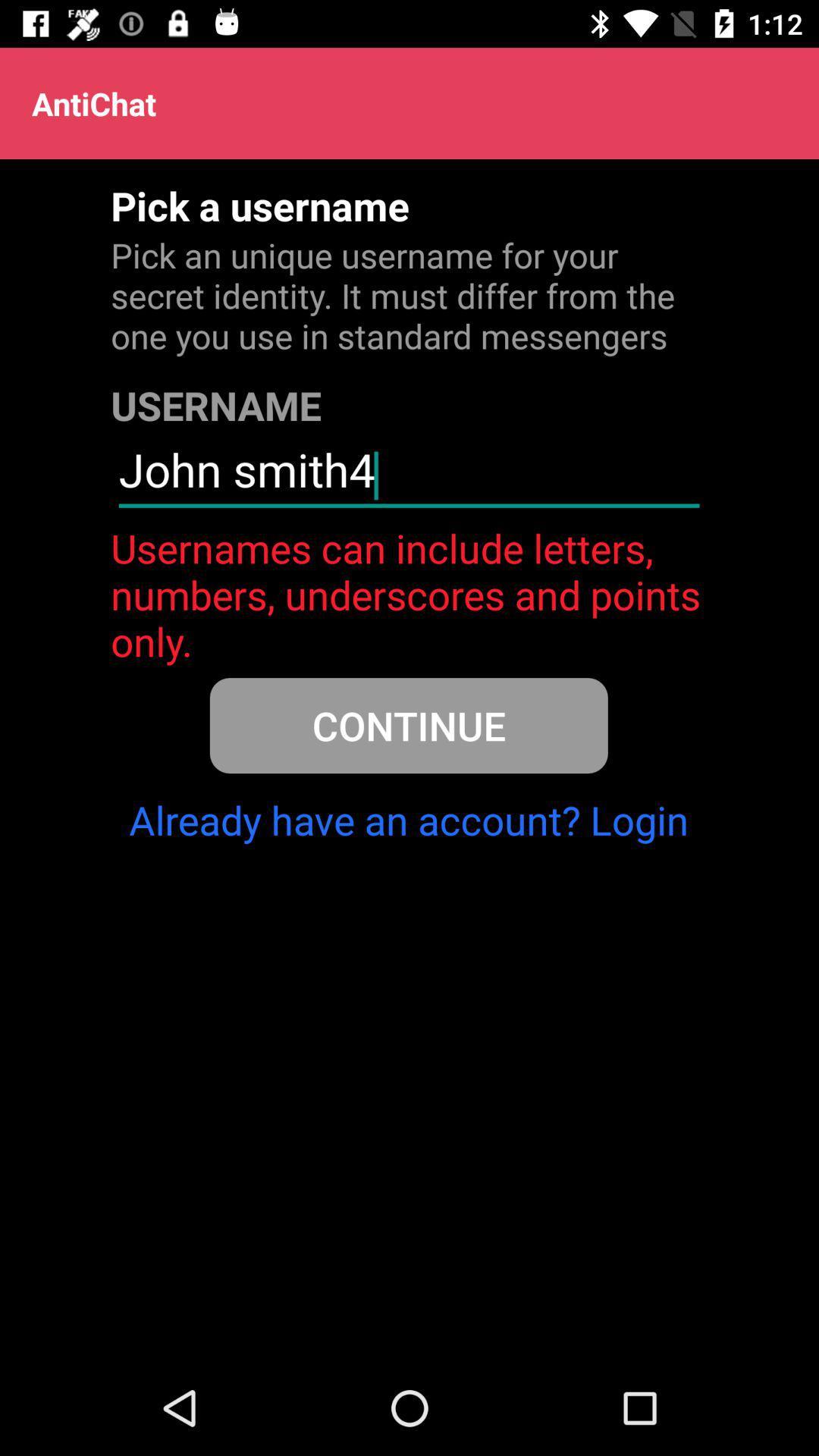 Image resolution: width=819 pixels, height=1456 pixels. What do you see at coordinates (408, 819) in the screenshot?
I see `the icon below the continue item` at bounding box center [408, 819].